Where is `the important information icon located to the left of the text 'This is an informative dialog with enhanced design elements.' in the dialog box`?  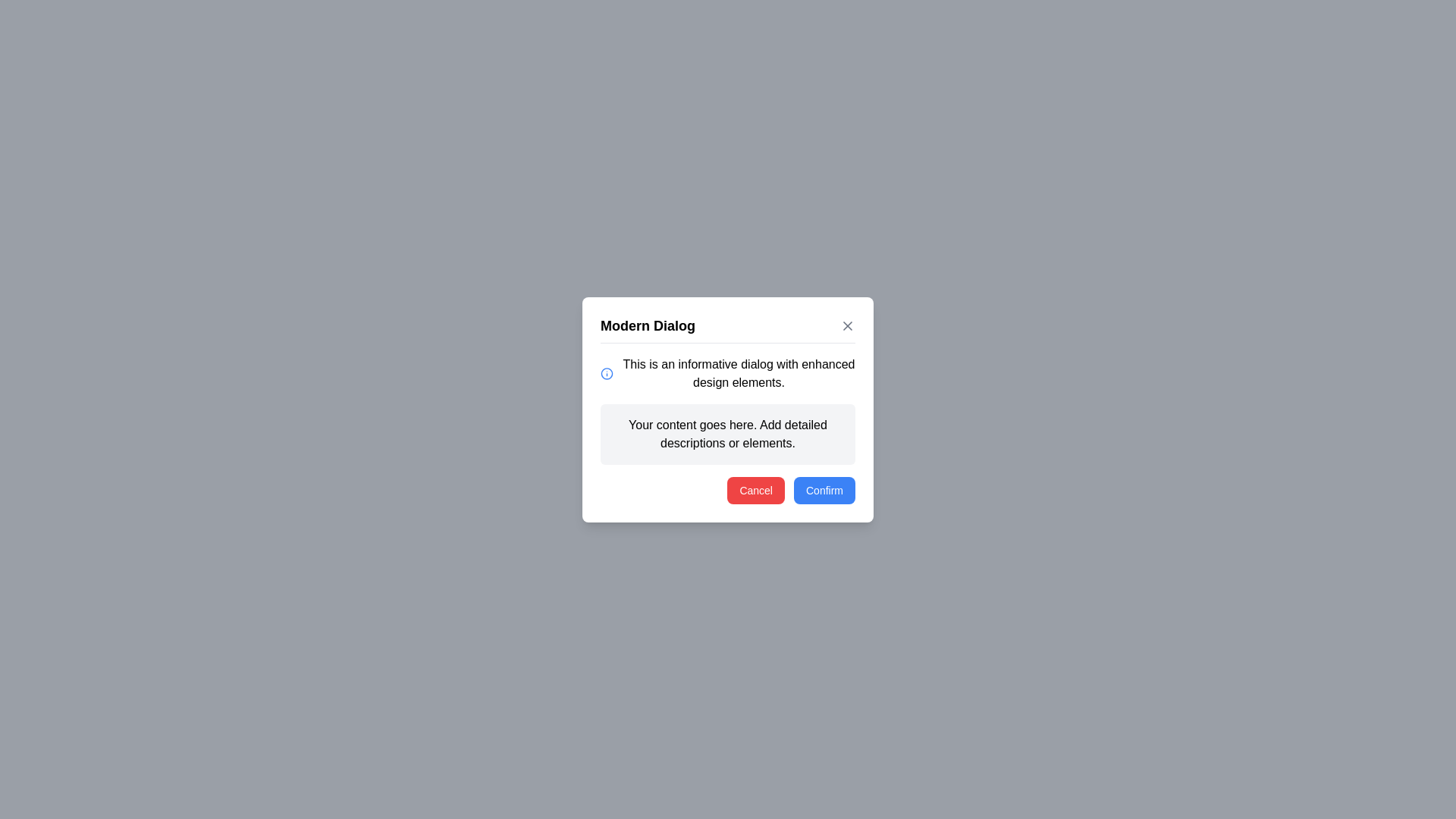 the important information icon located to the left of the text 'This is an informative dialog with enhanced design elements.' in the dialog box is located at coordinates (607, 373).